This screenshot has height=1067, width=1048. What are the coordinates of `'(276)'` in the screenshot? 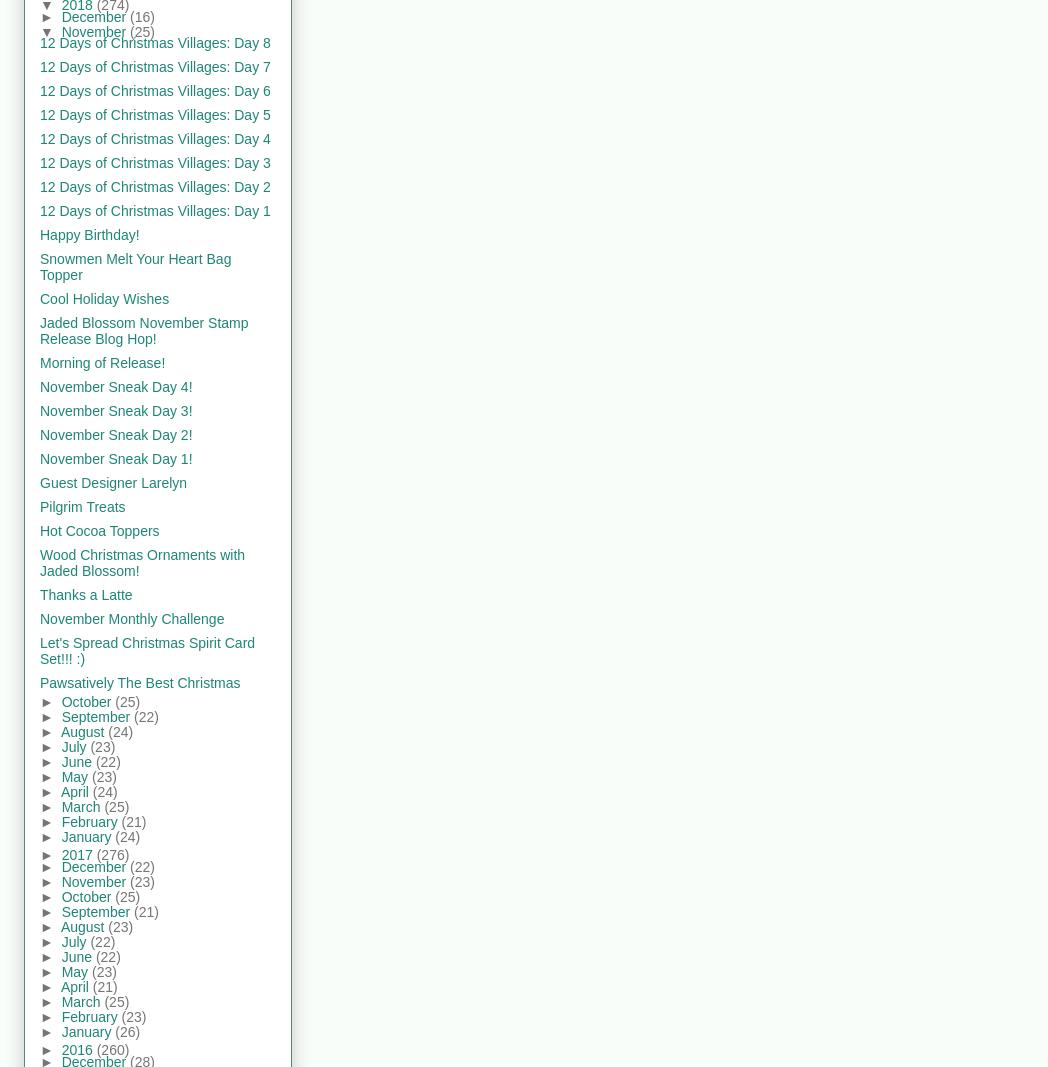 It's located at (111, 853).